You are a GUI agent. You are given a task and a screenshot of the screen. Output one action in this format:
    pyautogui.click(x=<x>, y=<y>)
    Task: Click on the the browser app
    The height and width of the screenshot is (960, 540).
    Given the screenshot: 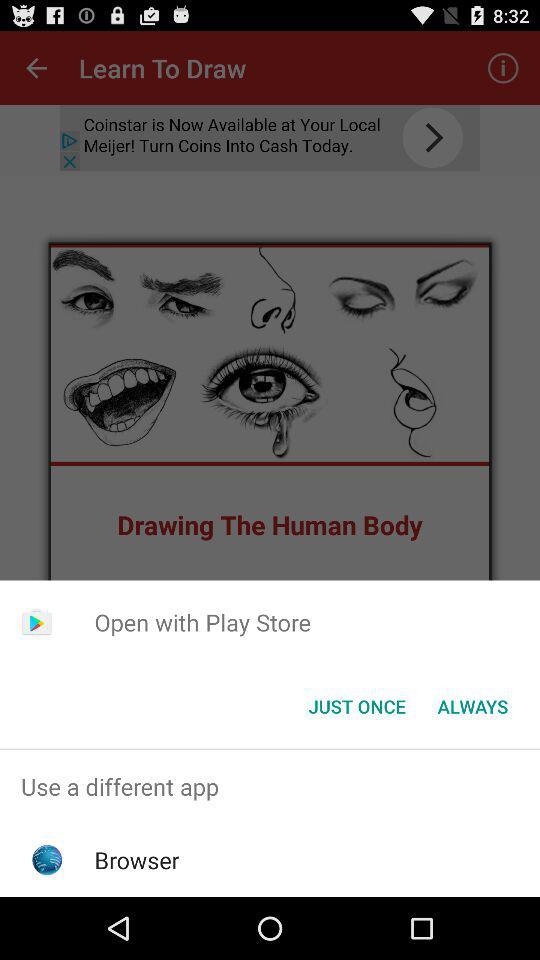 What is the action you would take?
    pyautogui.click(x=136, y=859)
    